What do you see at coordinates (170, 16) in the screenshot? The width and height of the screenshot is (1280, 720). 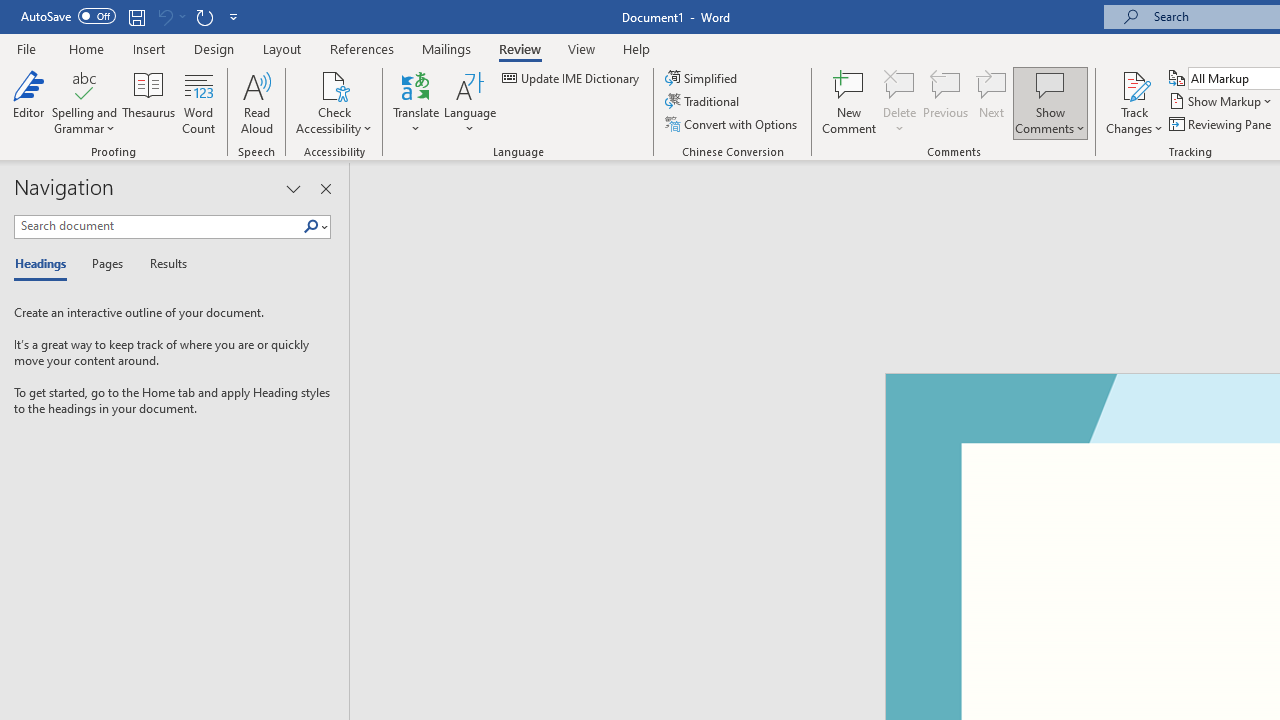 I see `'Can'` at bounding box center [170, 16].